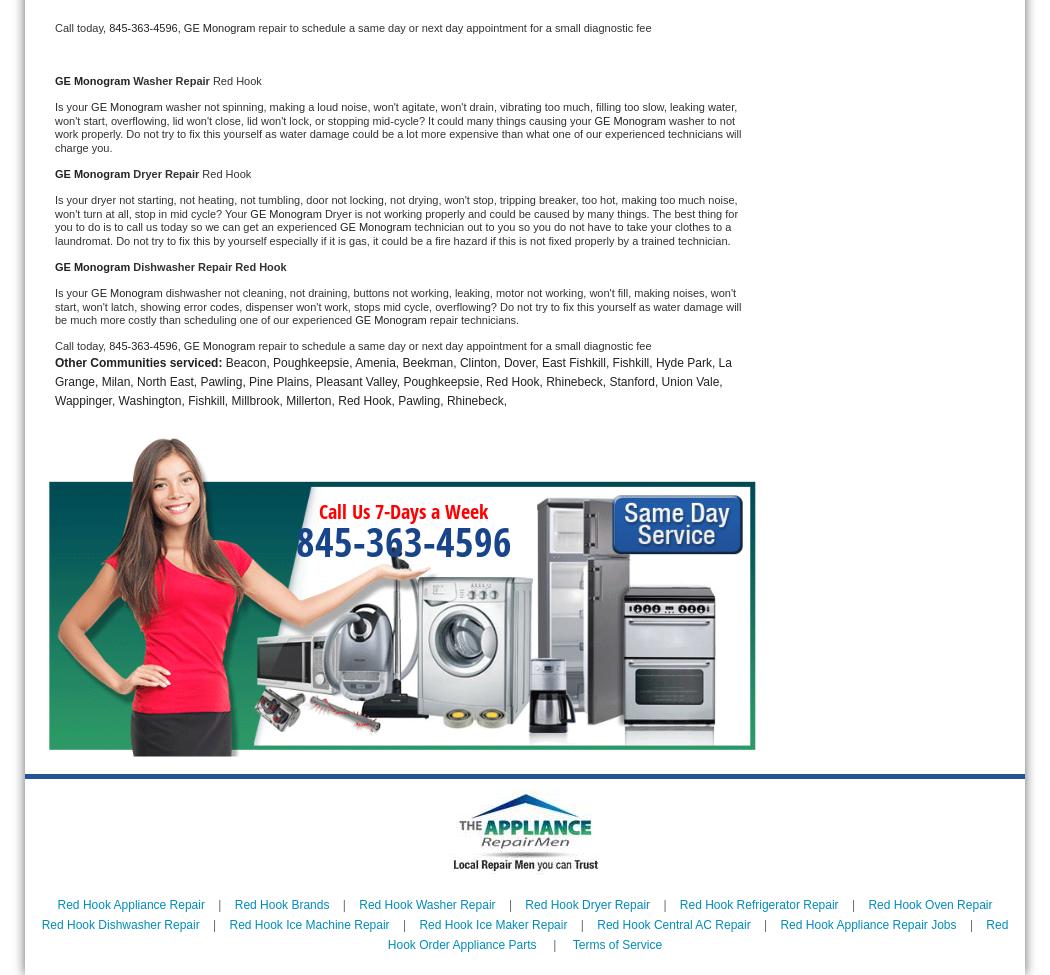 The height and width of the screenshot is (975, 1050). What do you see at coordinates (428, 318) in the screenshot?
I see `'repair technicians.'` at bounding box center [428, 318].